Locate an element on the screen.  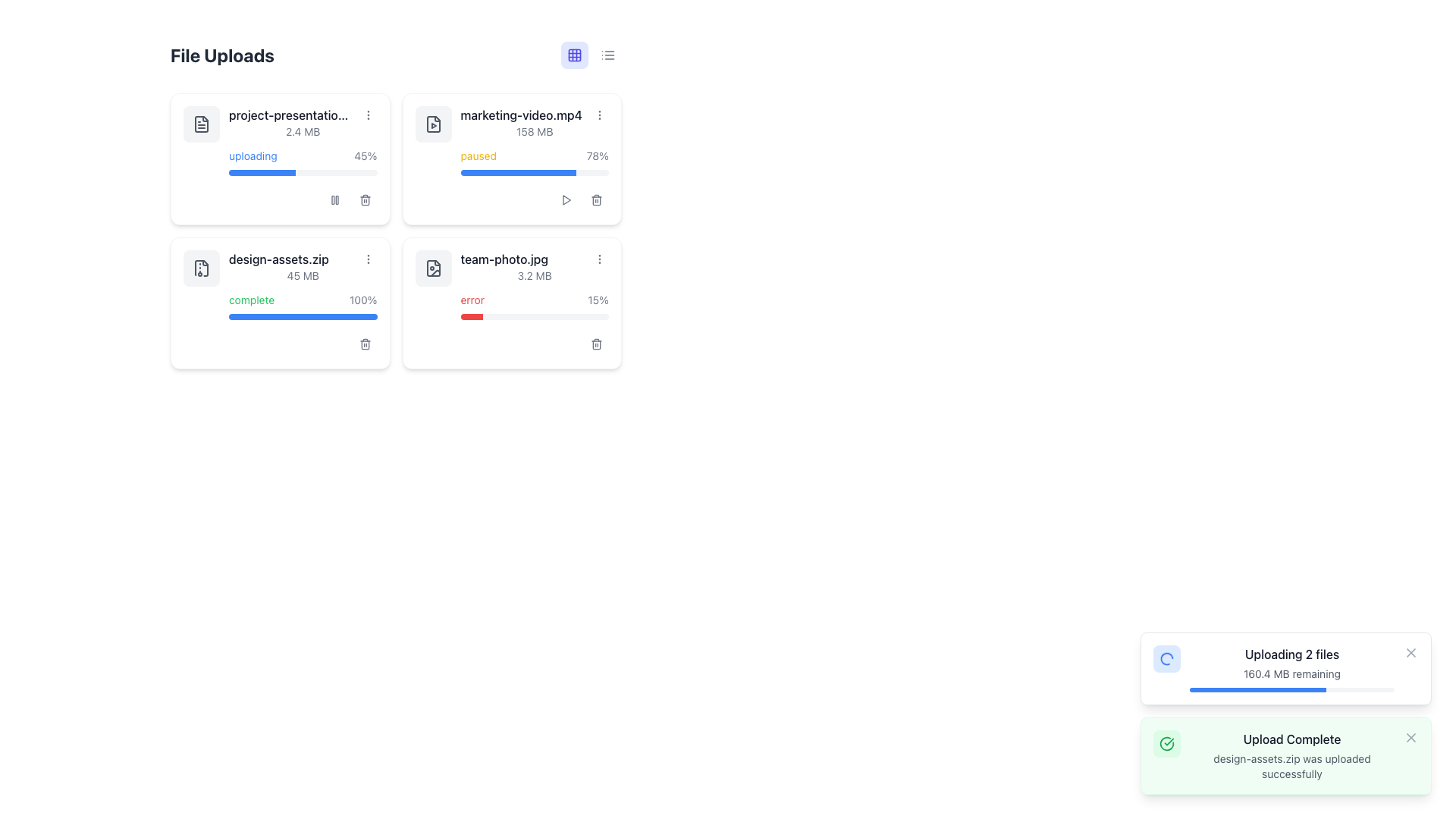
the third file upload card in the 2x2 grid layout is located at coordinates (280, 284).